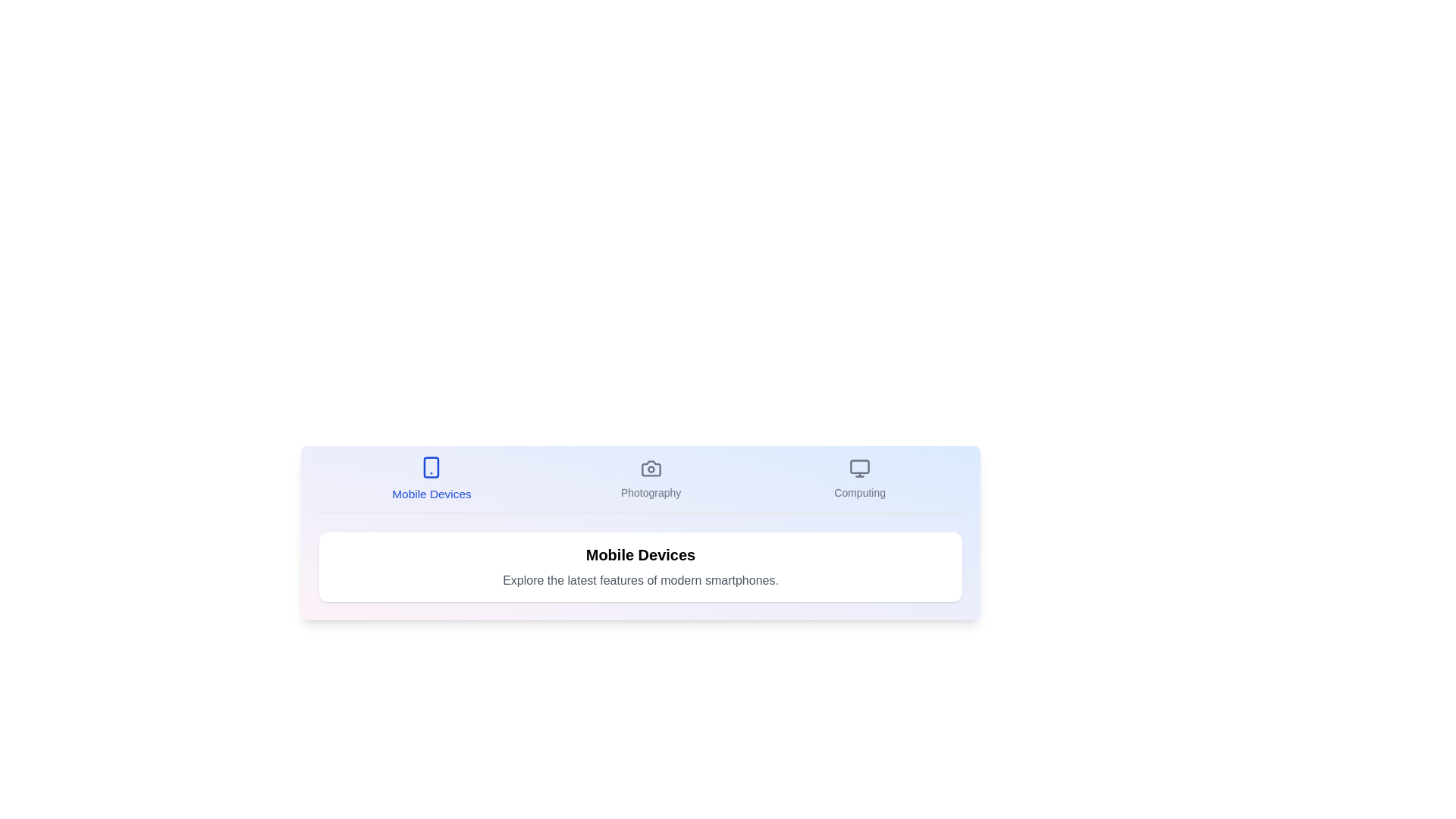 This screenshot has height=819, width=1456. What do you see at coordinates (859, 479) in the screenshot?
I see `the tab labeled 'Computing' to inspect its associated icon` at bounding box center [859, 479].